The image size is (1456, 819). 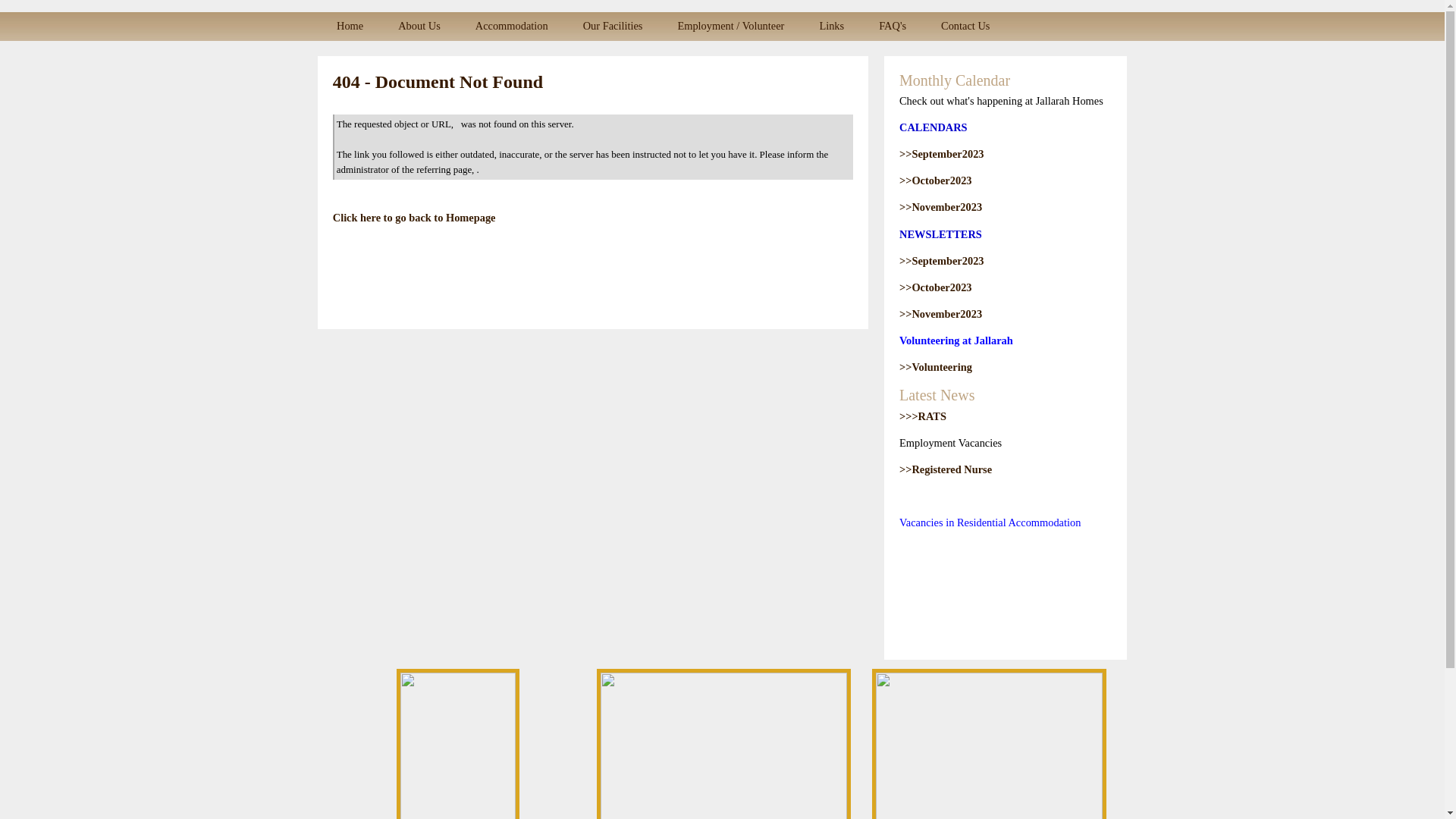 I want to click on 'Links', so click(x=800, y=26).